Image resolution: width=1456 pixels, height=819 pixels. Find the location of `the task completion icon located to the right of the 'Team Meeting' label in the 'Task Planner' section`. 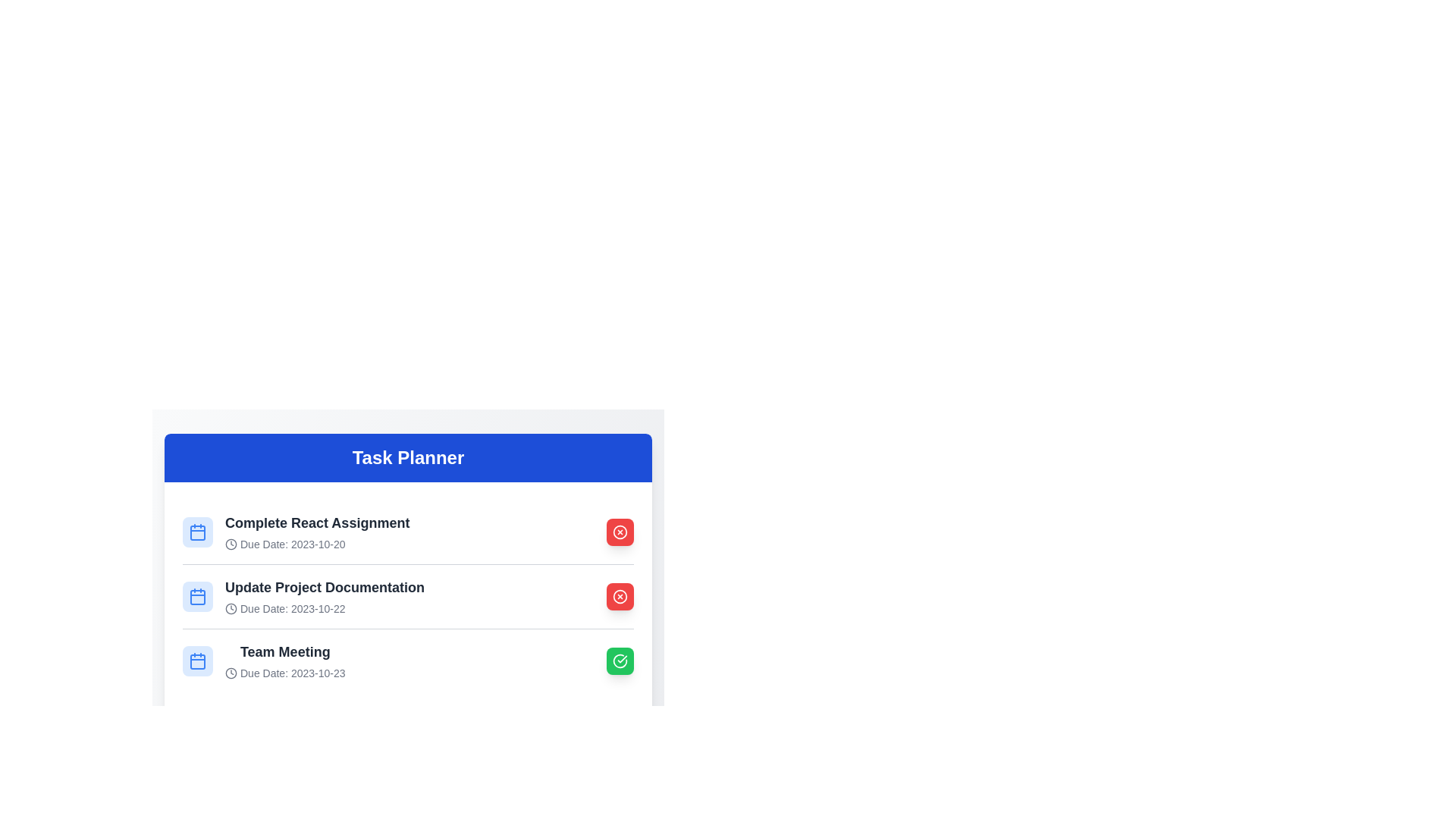

the task completion icon located to the right of the 'Team Meeting' label in the 'Task Planner' section is located at coordinates (620, 660).